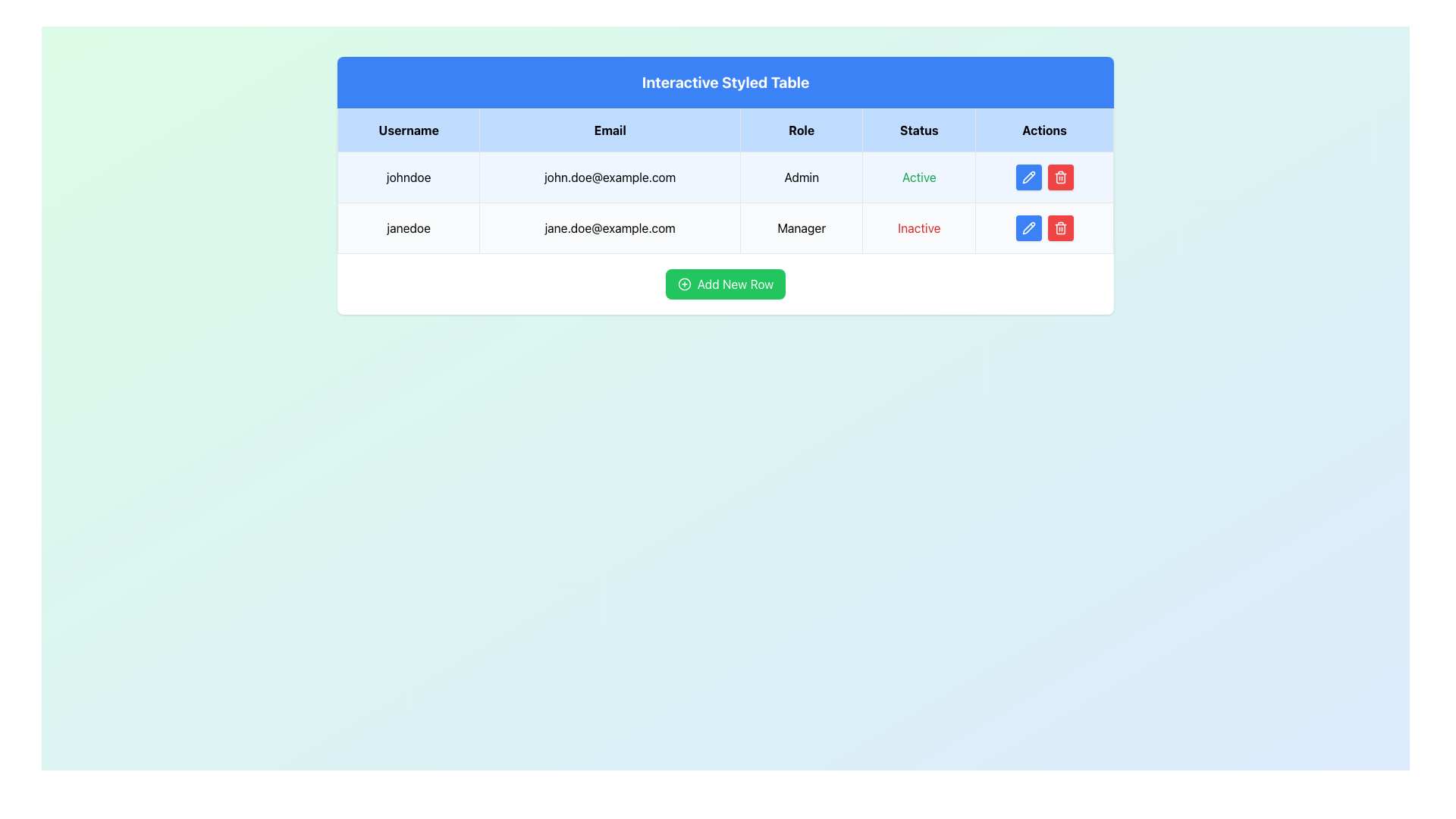 This screenshot has width=1456, height=819. Describe the element at coordinates (610, 227) in the screenshot. I see `the text element displaying 'jane.doe@example.com' in the 'Email' column of the second row of the table` at that location.